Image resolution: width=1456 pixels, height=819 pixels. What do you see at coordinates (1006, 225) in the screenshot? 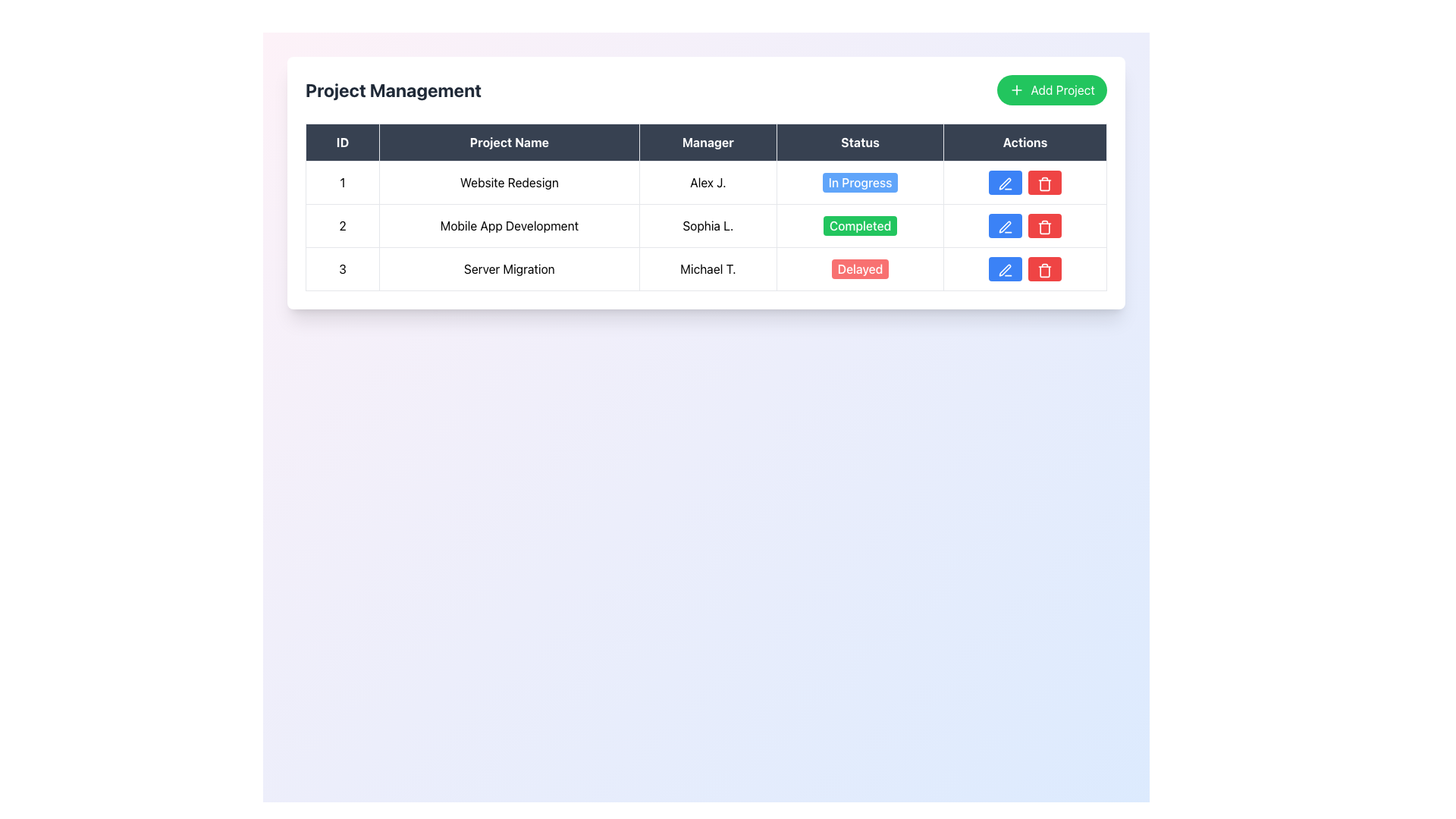
I see `the edit button in the Actions column for the 'Mobile App Development' project` at bounding box center [1006, 225].